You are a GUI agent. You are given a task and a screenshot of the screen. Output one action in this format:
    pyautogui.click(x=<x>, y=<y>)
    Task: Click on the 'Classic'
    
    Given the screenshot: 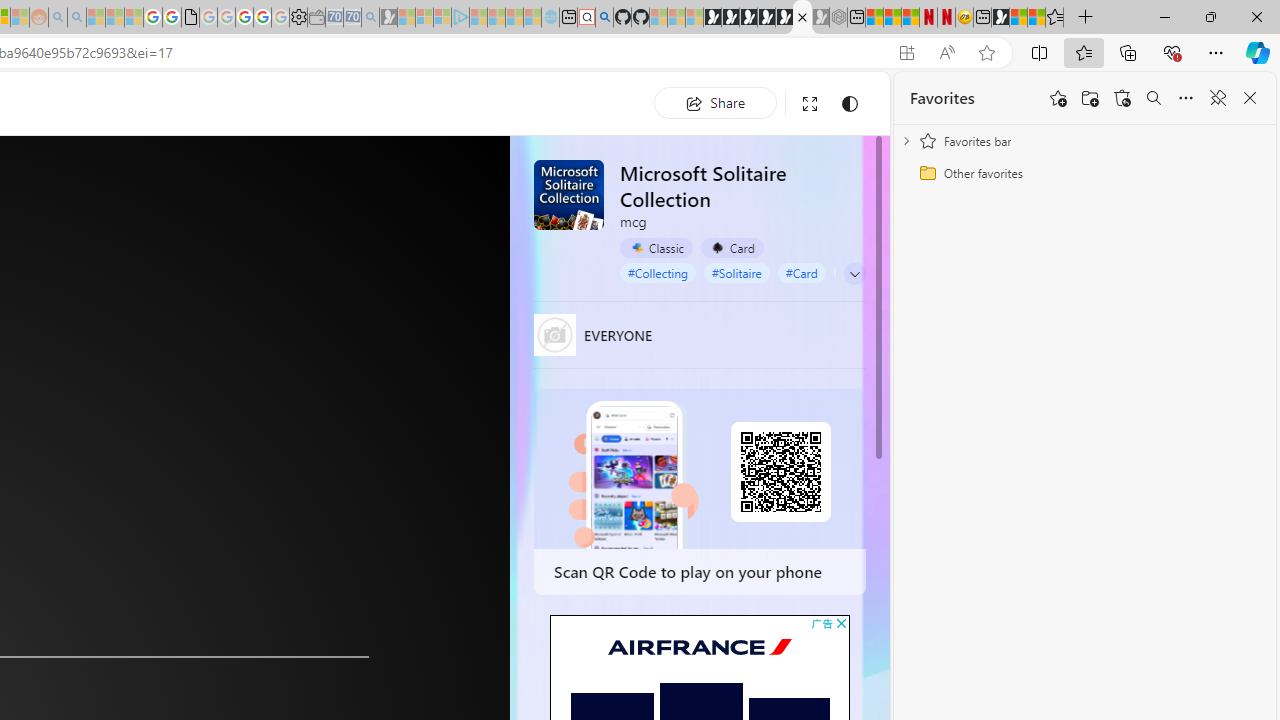 What is the action you would take?
    pyautogui.click(x=656, y=247)
    